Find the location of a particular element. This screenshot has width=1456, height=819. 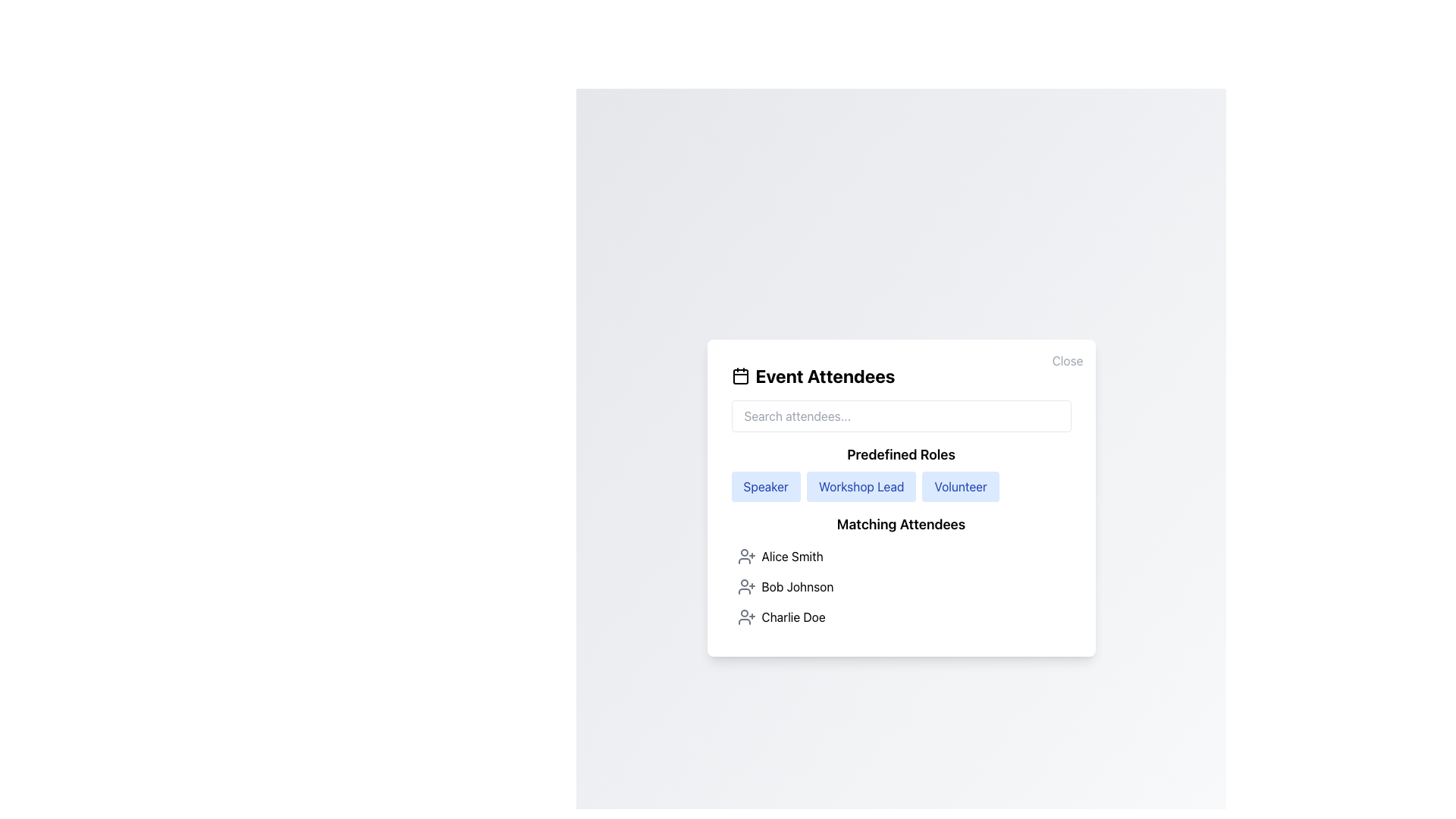

the 'Speaker' button in the 'Predefined Roles' section is located at coordinates (766, 486).